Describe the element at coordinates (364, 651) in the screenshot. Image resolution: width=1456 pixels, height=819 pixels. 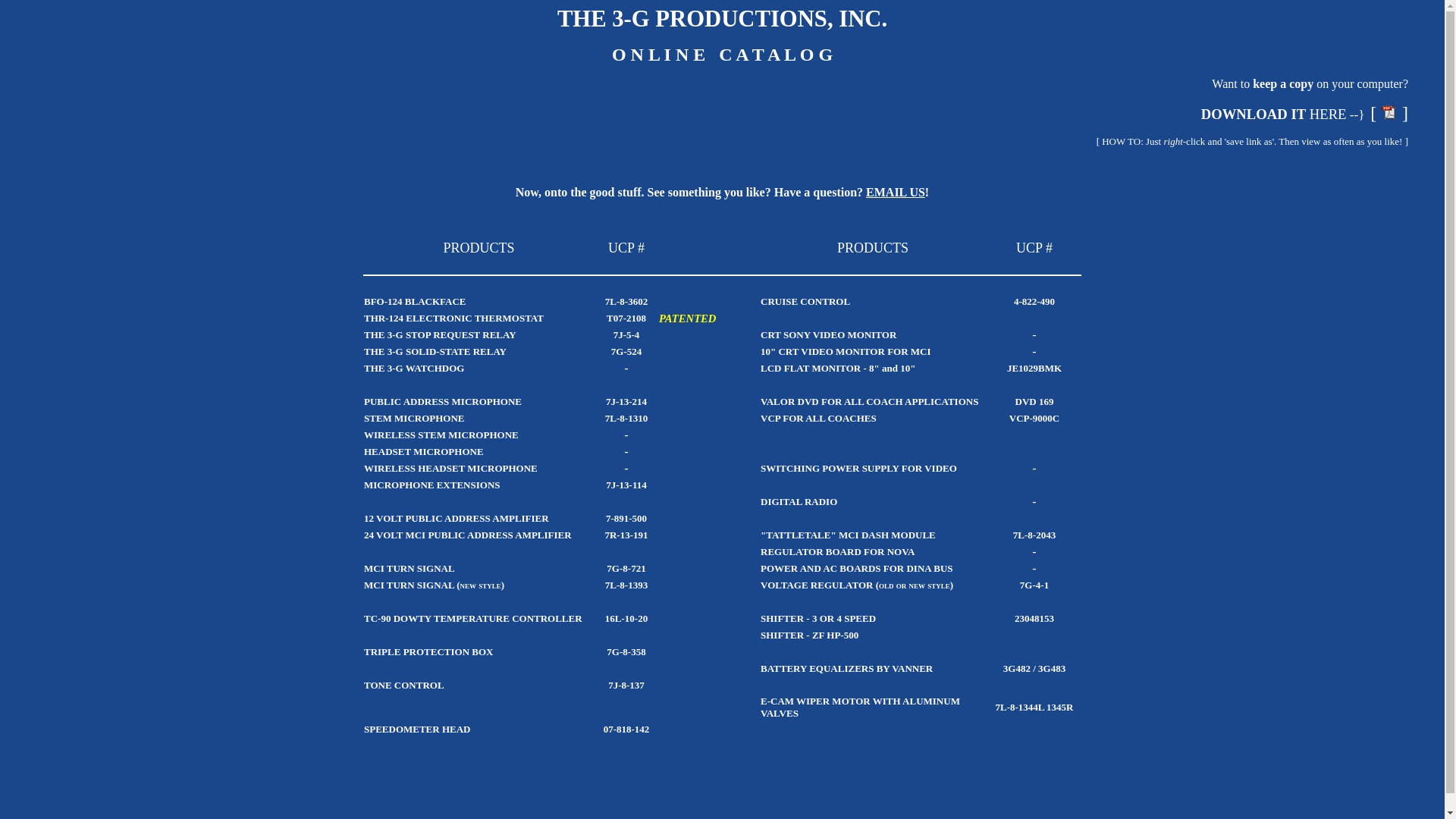
I see `'TRIPLE PROTECTION BOX'` at that location.